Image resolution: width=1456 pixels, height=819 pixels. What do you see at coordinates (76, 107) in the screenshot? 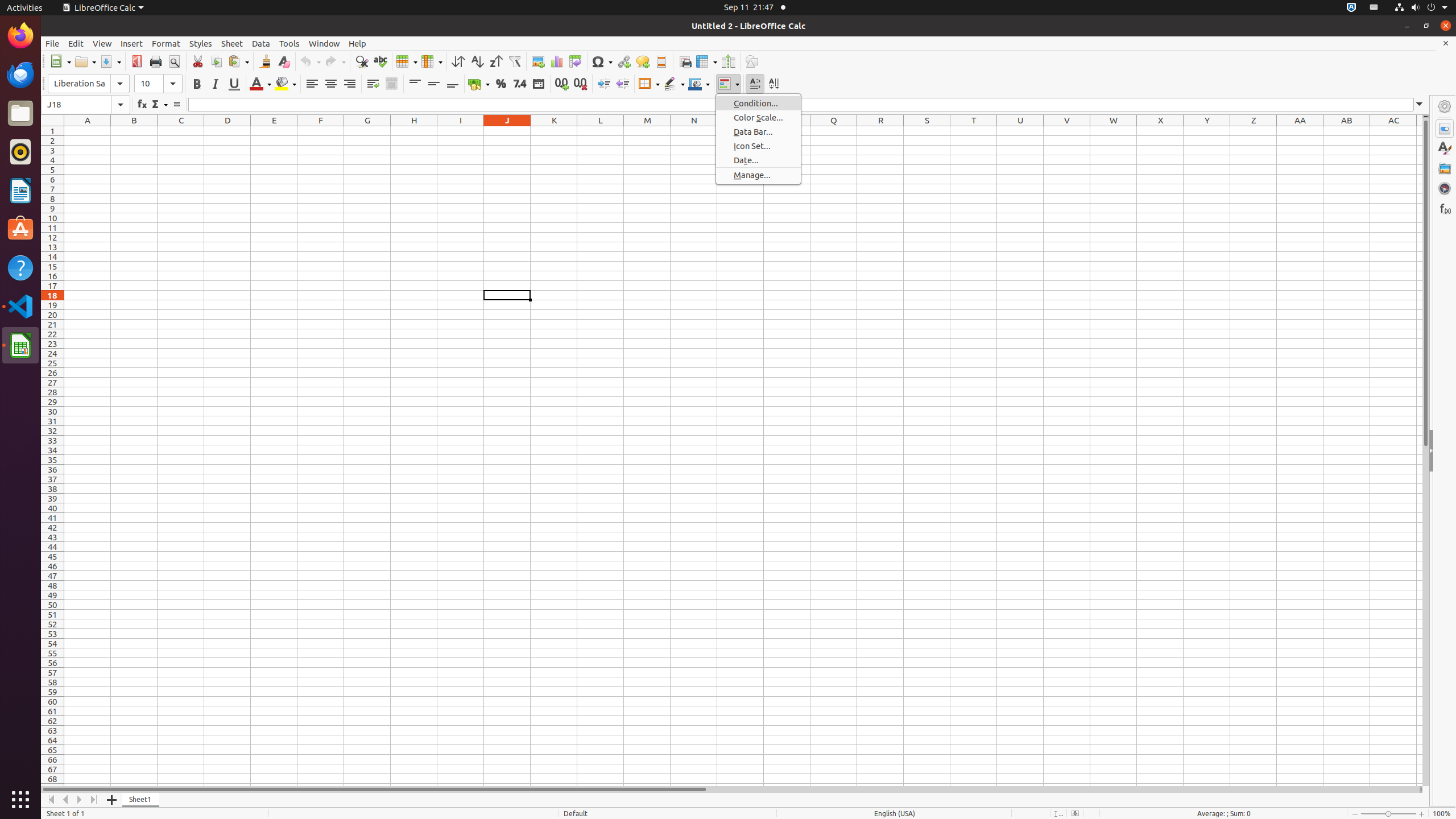
I see `'Trash'` at bounding box center [76, 107].